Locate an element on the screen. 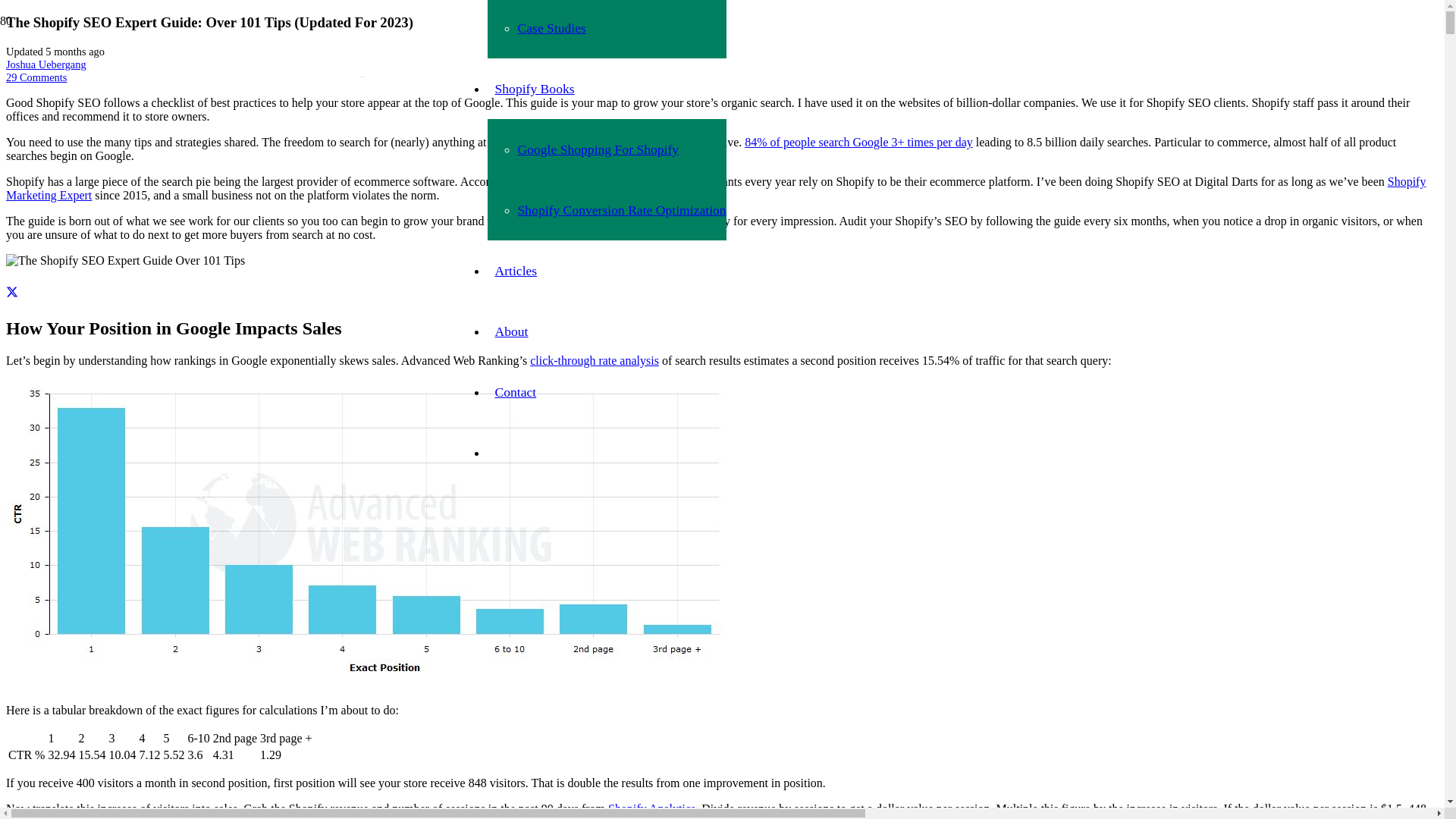  'Shopify Conversion Rate Optimization' is located at coordinates (621, 210).